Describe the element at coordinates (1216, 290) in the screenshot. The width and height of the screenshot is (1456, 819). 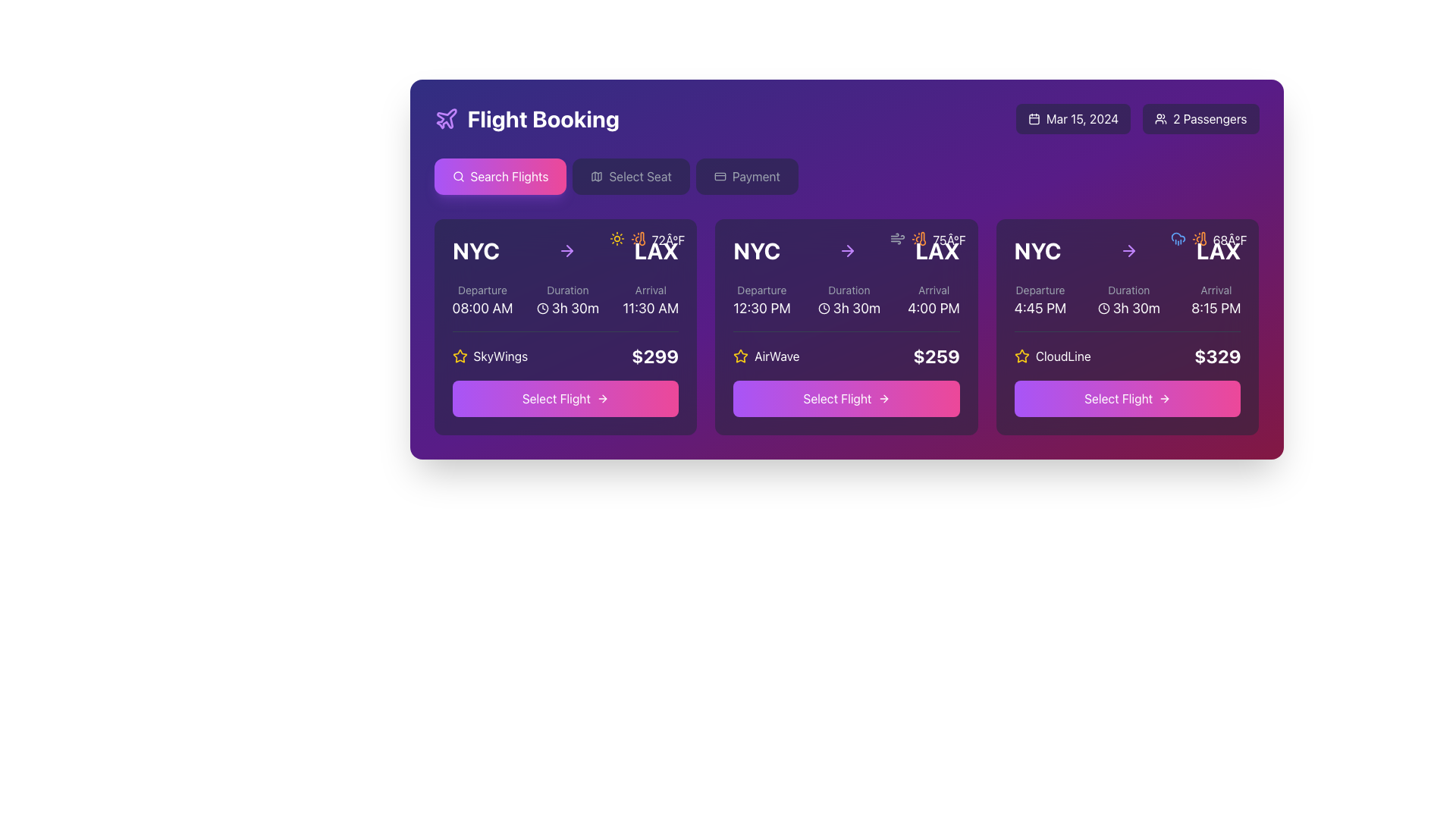
I see `the 'Arrival' text label located in the rightmost flight card, which indicates the arrival time of the flight, positioned directly above the time '8:15 PM'` at that location.